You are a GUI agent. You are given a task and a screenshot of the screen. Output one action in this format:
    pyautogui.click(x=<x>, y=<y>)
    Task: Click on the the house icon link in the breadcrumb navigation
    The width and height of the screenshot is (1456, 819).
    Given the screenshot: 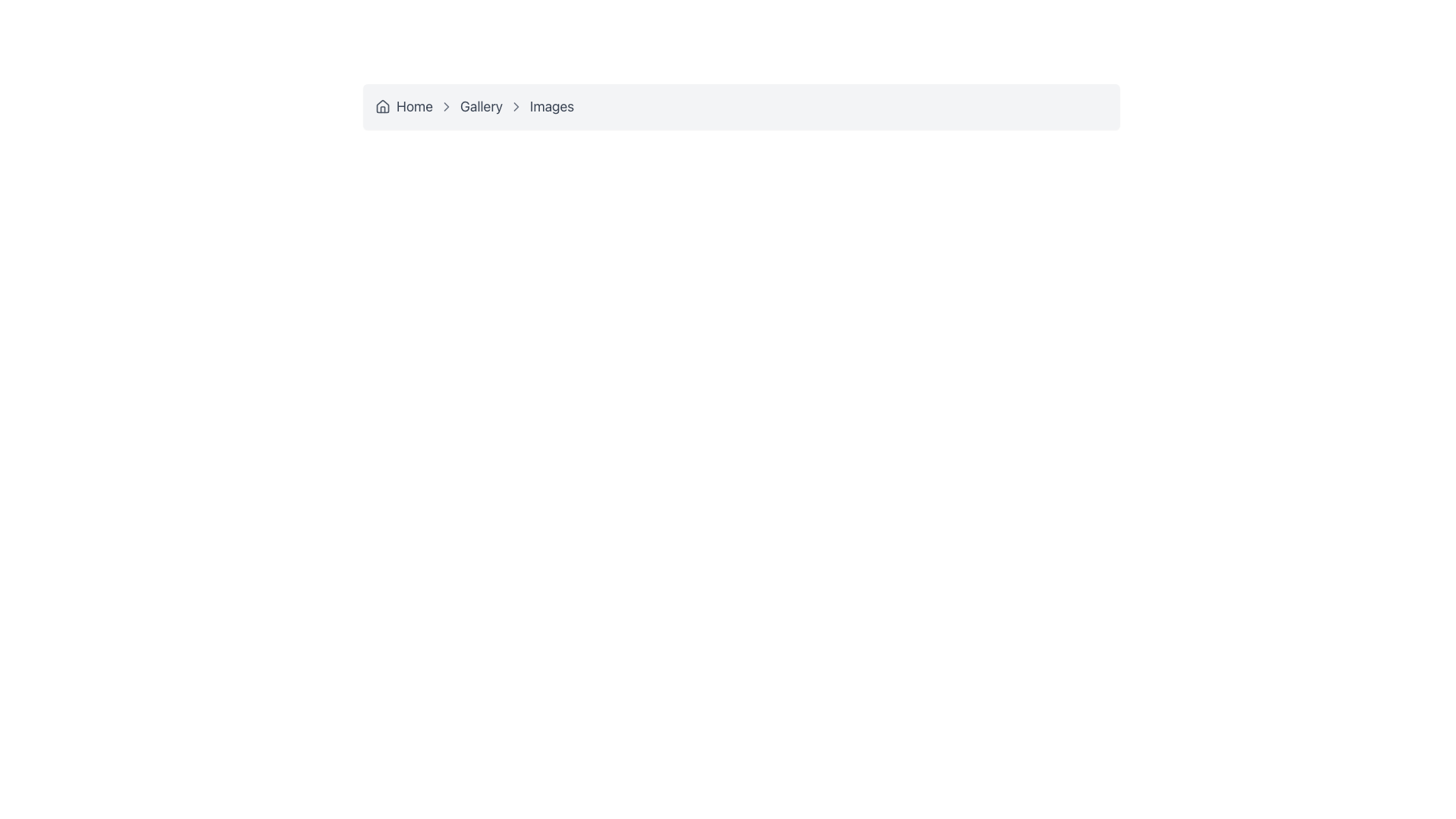 What is the action you would take?
    pyautogui.click(x=382, y=106)
    